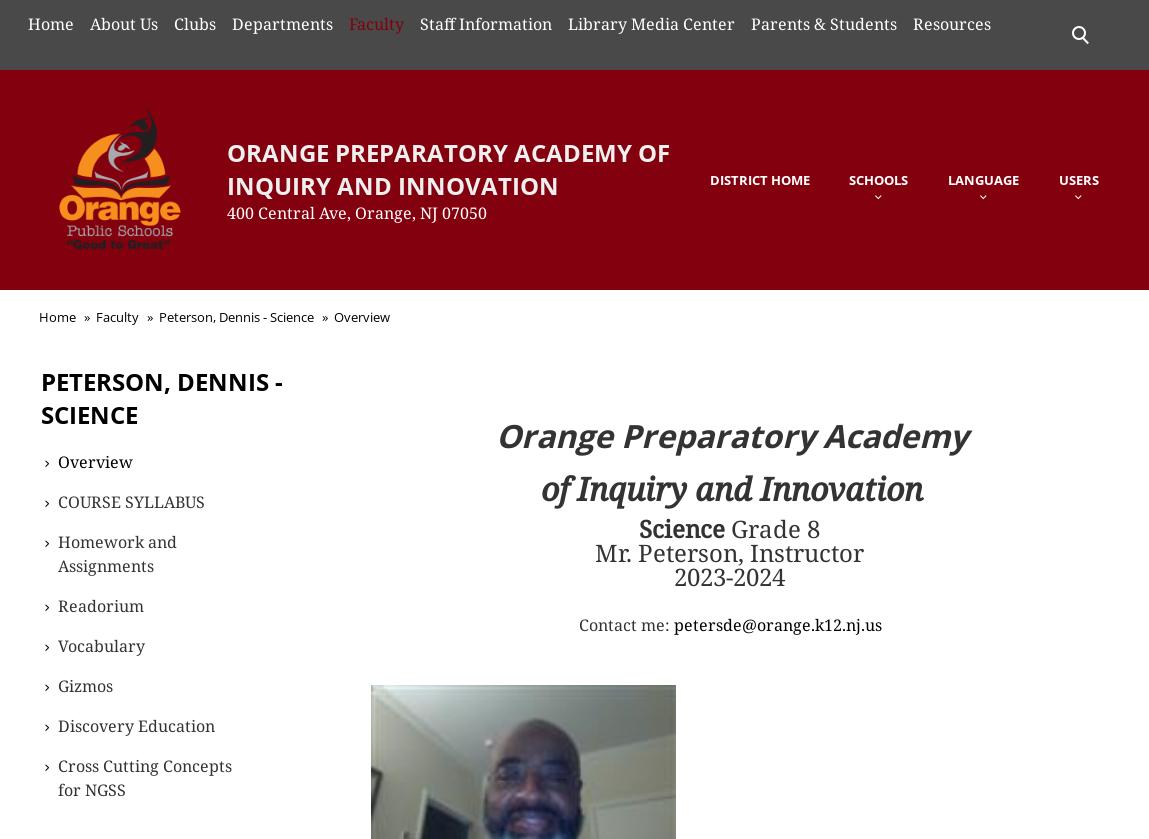 This screenshot has height=839, width=1149. I want to click on 'Schools', so click(878, 178).